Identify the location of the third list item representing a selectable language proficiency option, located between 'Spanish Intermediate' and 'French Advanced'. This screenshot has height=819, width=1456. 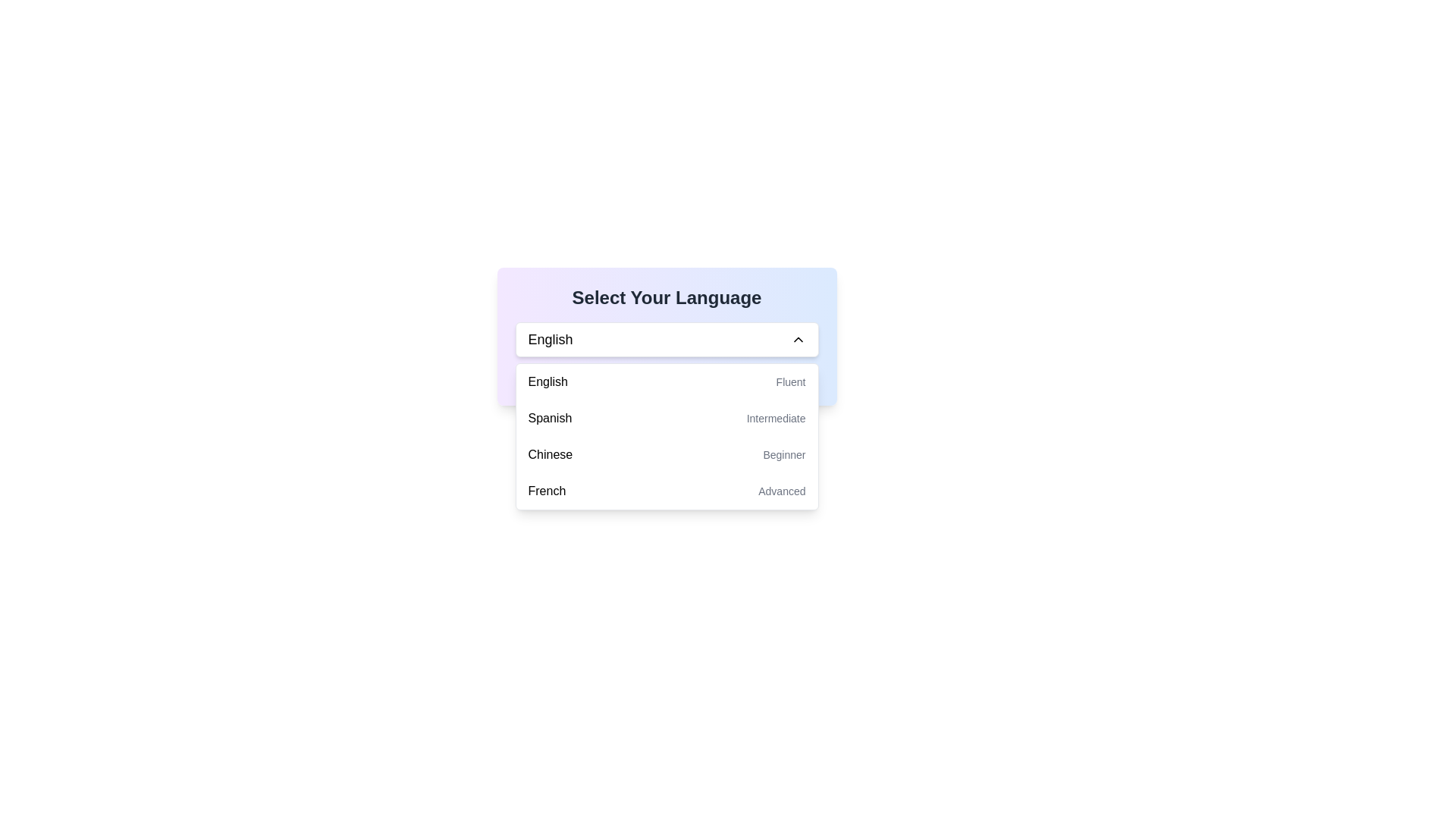
(667, 454).